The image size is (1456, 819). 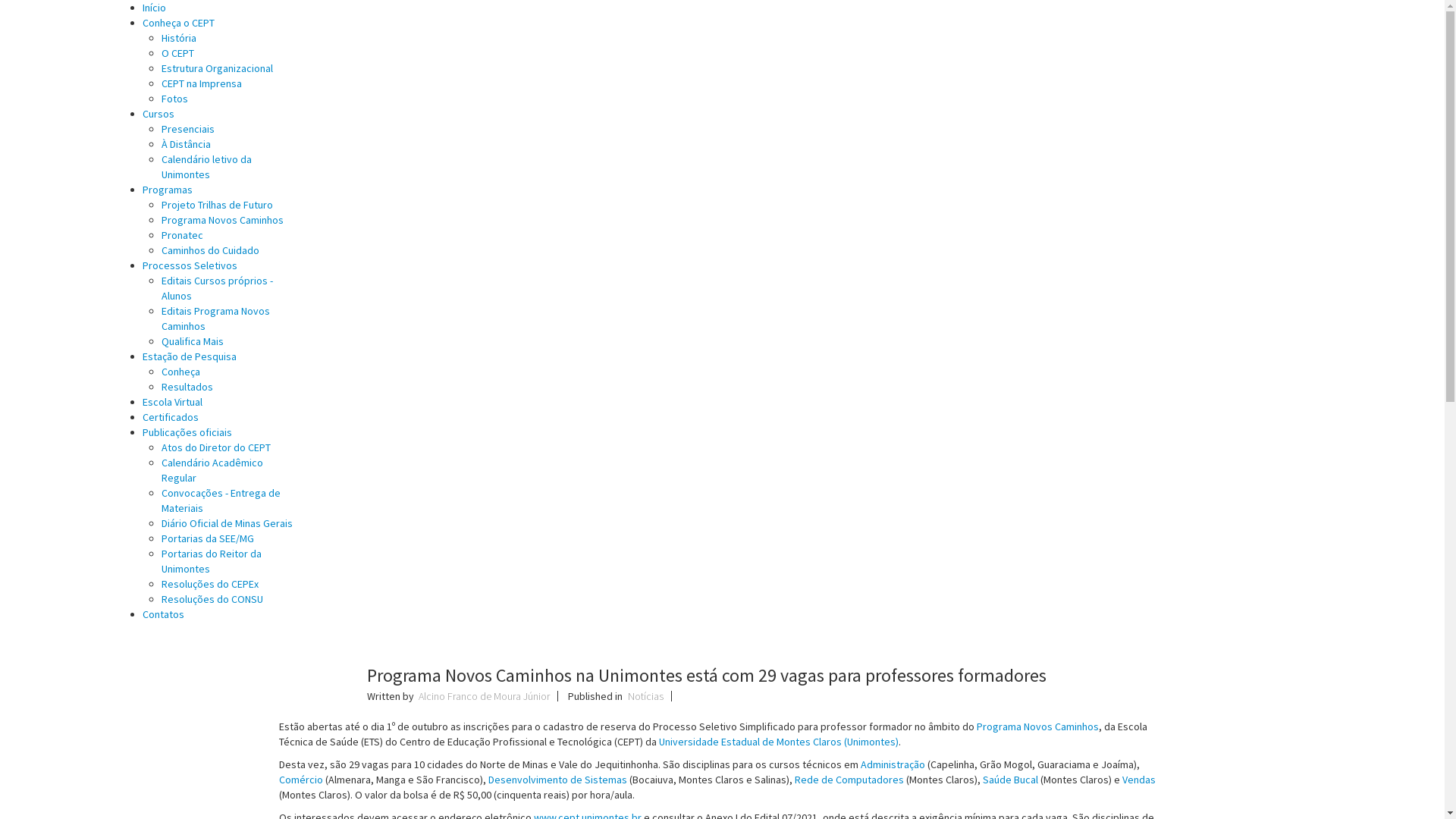 I want to click on 'Atos do Diretor do CEPT', so click(x=215, y=447).